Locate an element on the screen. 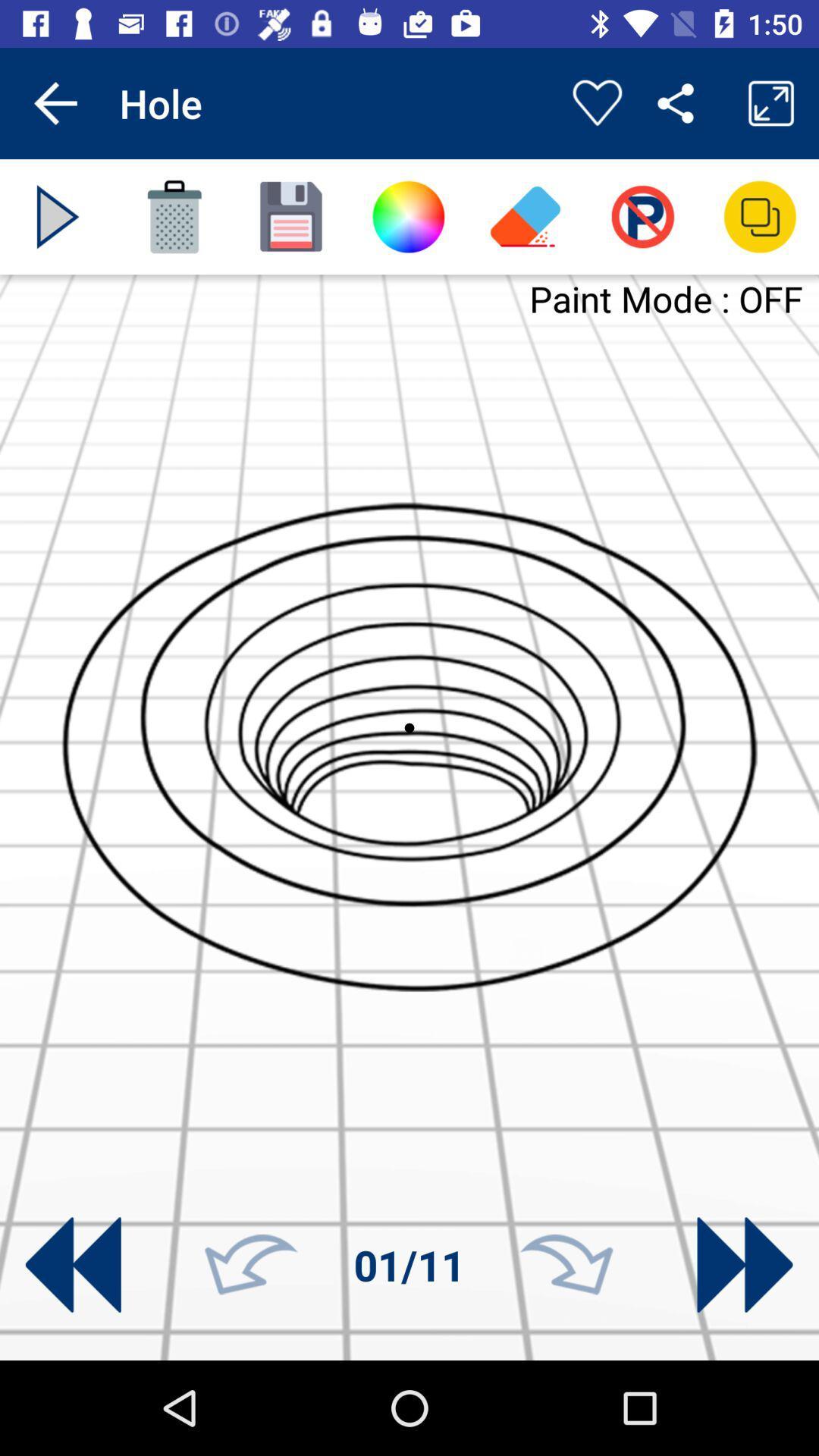 The image size is (819, 1456). go back is located at coordinates (250, 1265).